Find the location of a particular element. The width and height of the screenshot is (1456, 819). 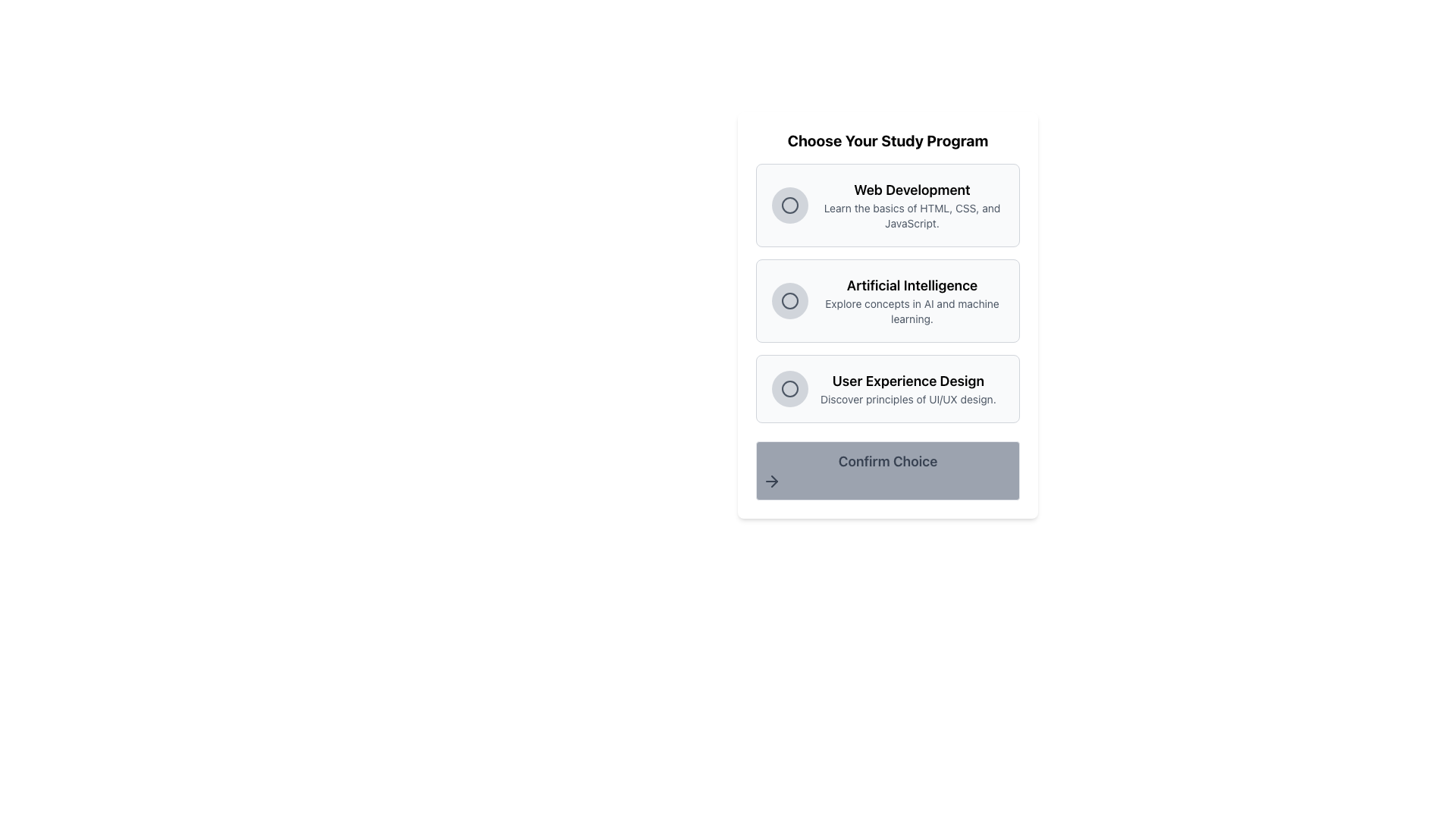

the bold, large, centered heading that reads 'Choose Your Study Program', which is located at the top of the study program options section is located at coordinates (888, 140).